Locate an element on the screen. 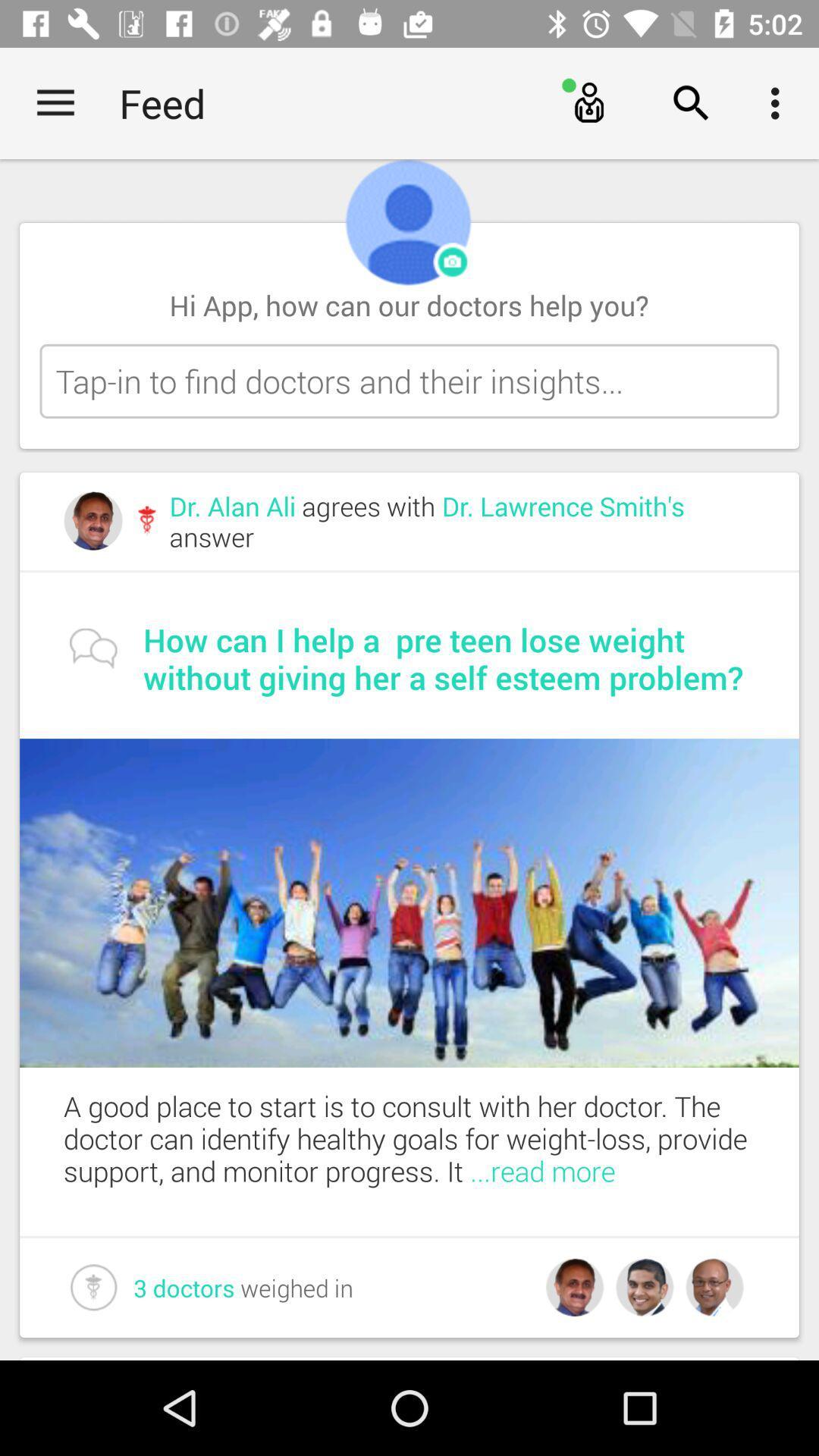  item above the how can i item is located at coordinates (461, 521).